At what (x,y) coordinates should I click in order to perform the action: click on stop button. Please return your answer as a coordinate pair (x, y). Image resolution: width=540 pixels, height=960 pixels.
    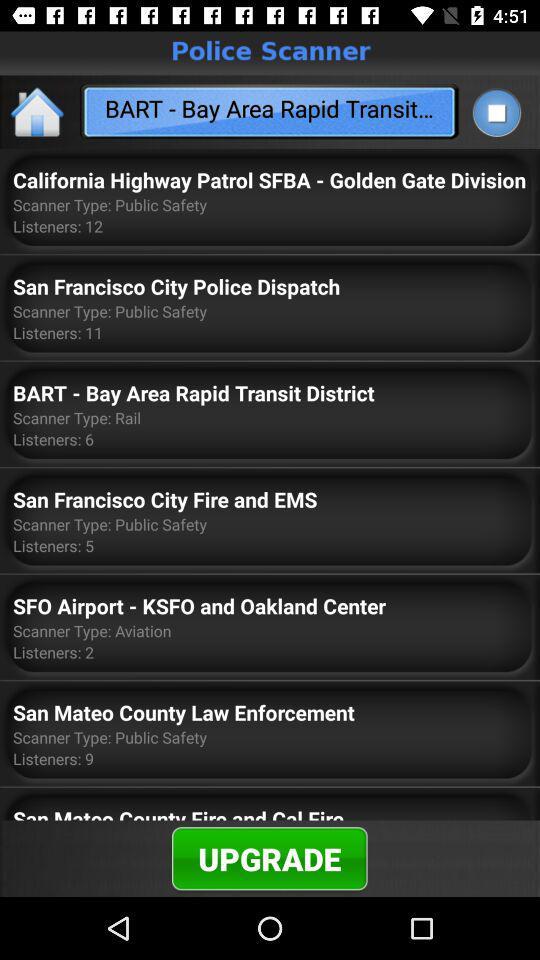
    Looking at the image, I should click on (495, 112).